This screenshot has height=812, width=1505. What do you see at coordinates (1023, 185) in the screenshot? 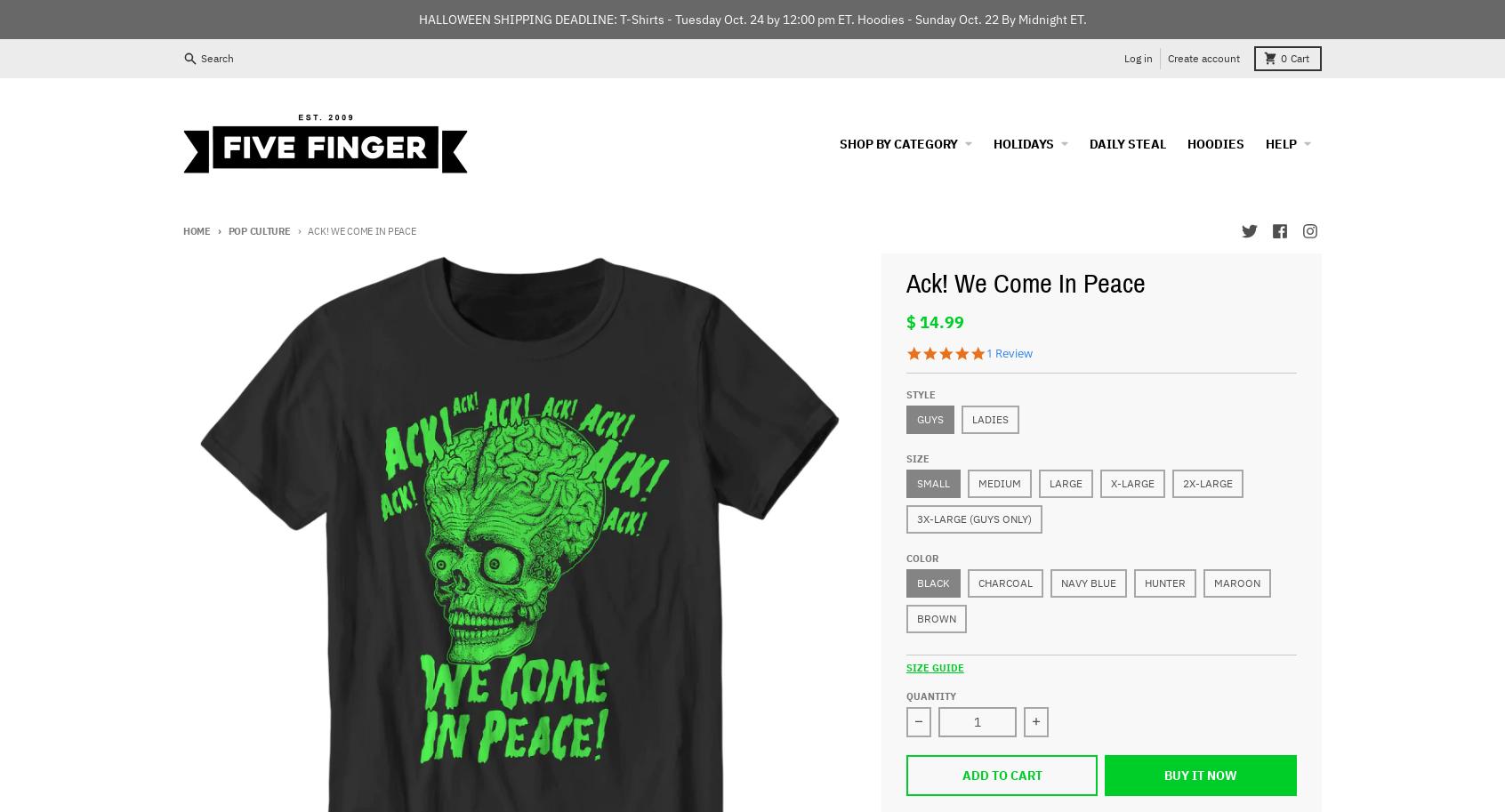
I see `'Christmas'` at bounding box center [1023, 185].